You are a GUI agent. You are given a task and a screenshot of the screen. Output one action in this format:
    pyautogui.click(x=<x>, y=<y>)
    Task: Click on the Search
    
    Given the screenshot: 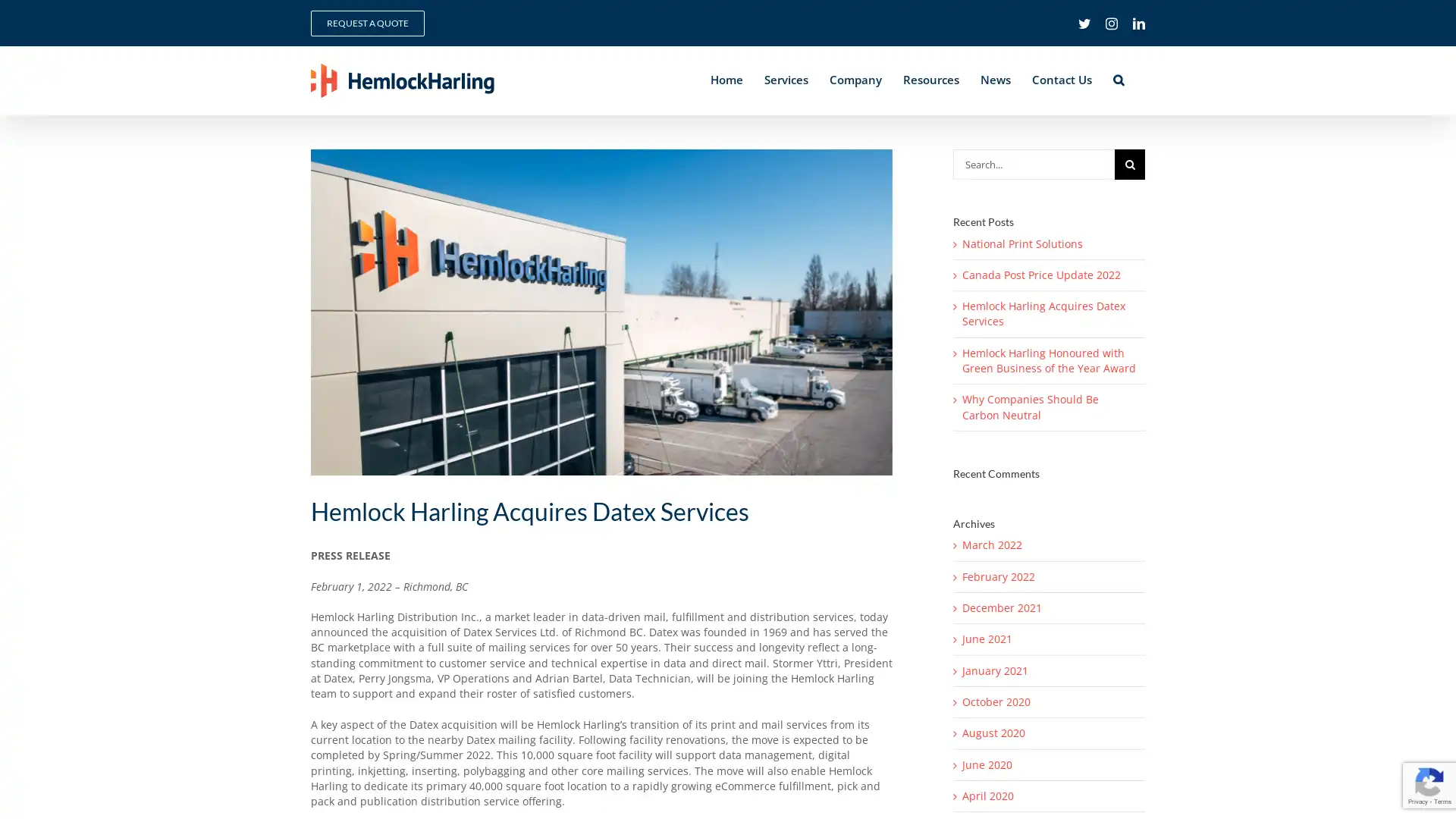 What is the action you would take?
    pyautogui.click(x=1118, y=80)
    